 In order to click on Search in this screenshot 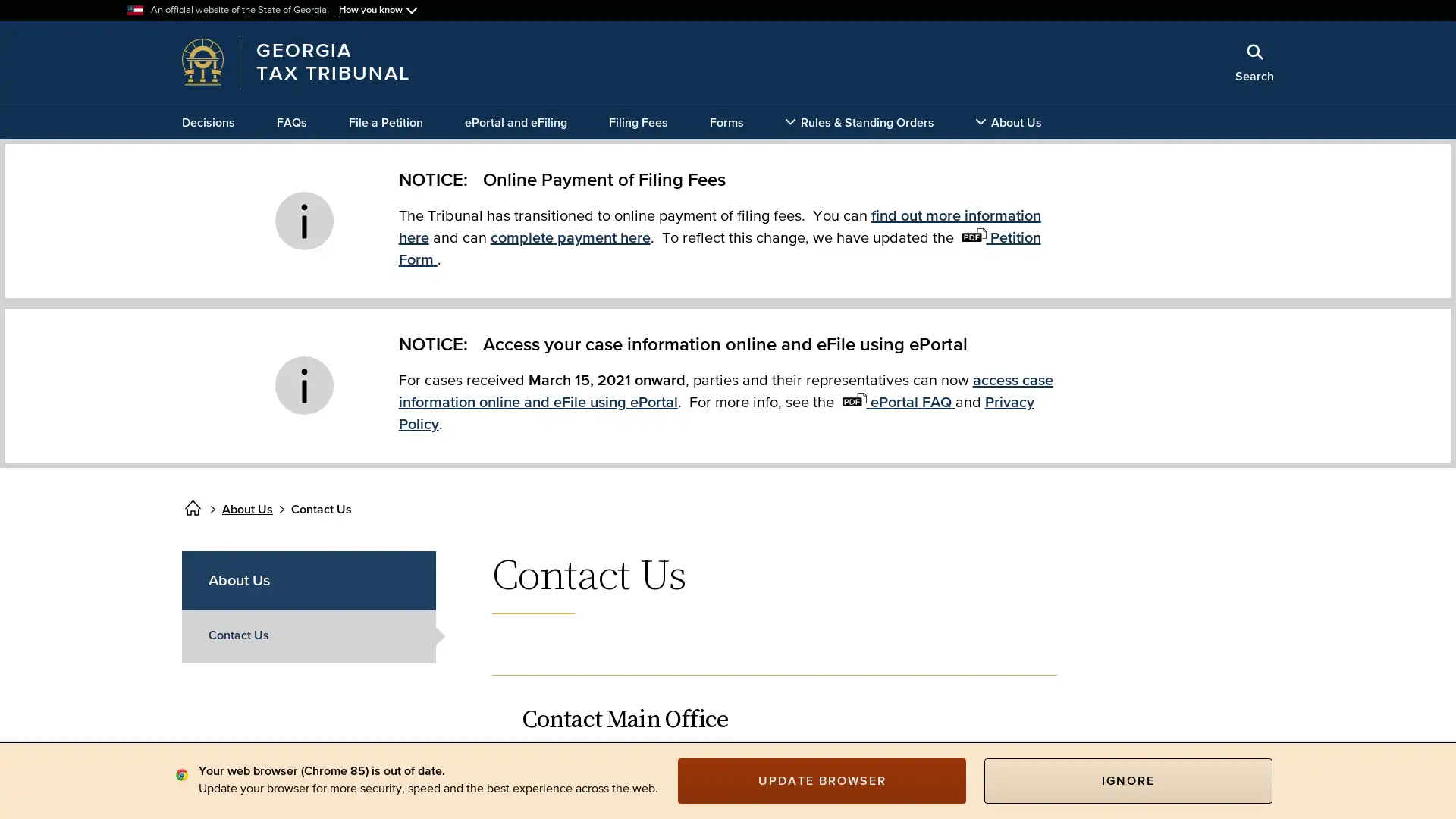, I will do `click(1254, 64)`.